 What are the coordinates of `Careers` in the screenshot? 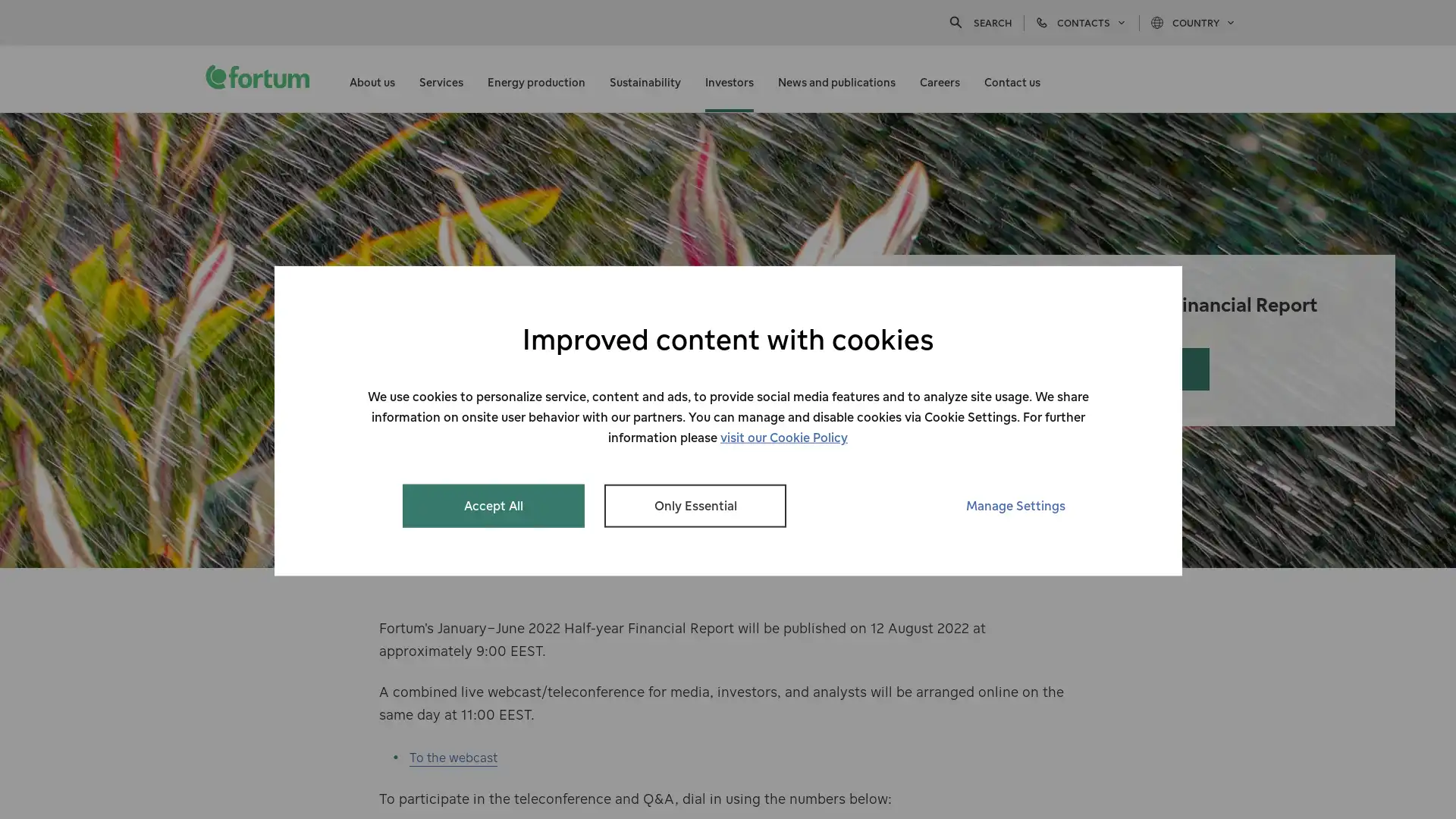 It's located at (939, 79).